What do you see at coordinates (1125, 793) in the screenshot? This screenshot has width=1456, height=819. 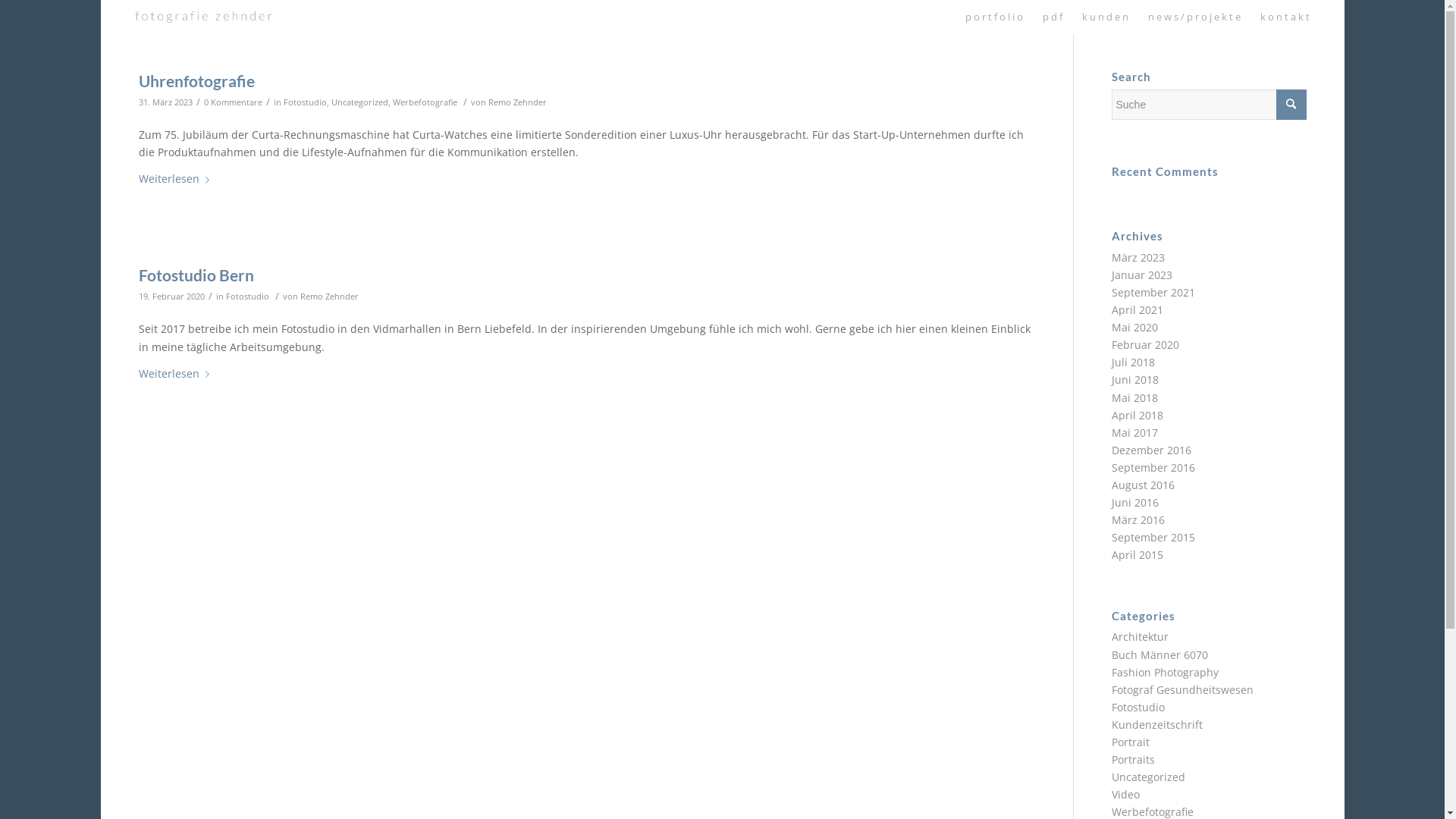 I see `'Video'` at bounding box center [1125, 793].